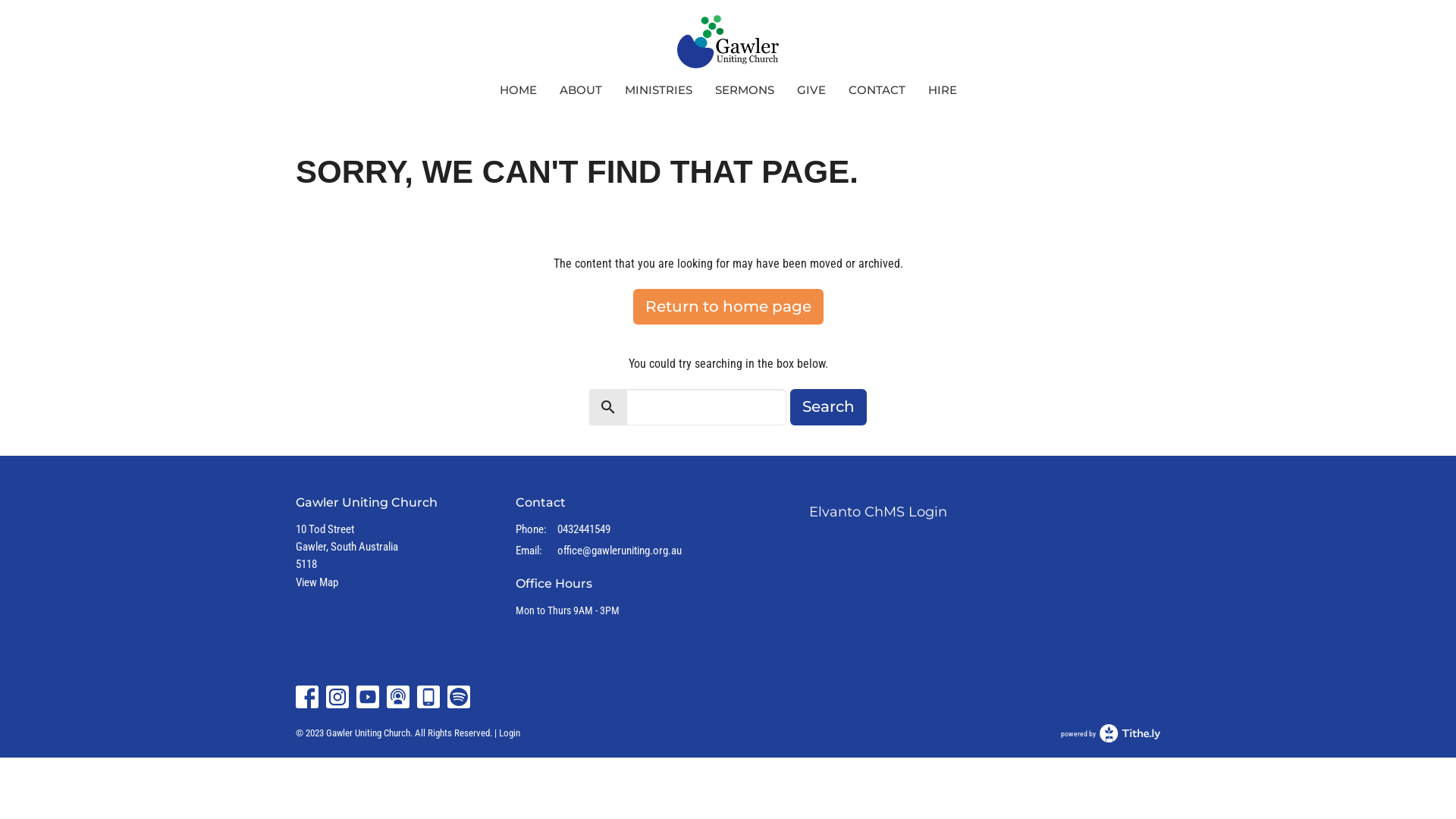 The width and height of the screenshot is (1456, 819). I want to click on 'View Map', so click(315, 581).